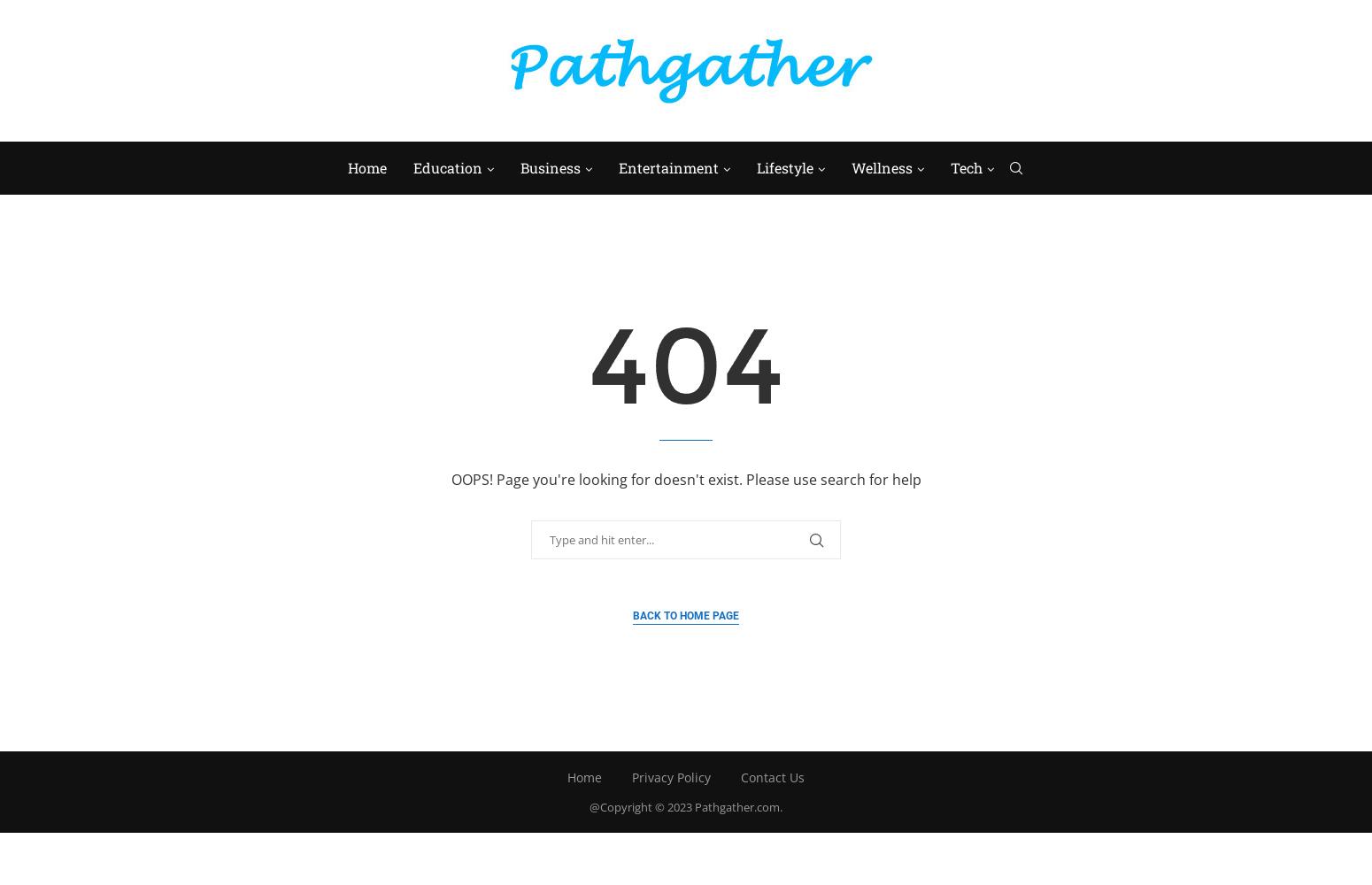 This screenshot has width=1372, height=885. I want to click on 'Privacy Policy', so click(671, 776).